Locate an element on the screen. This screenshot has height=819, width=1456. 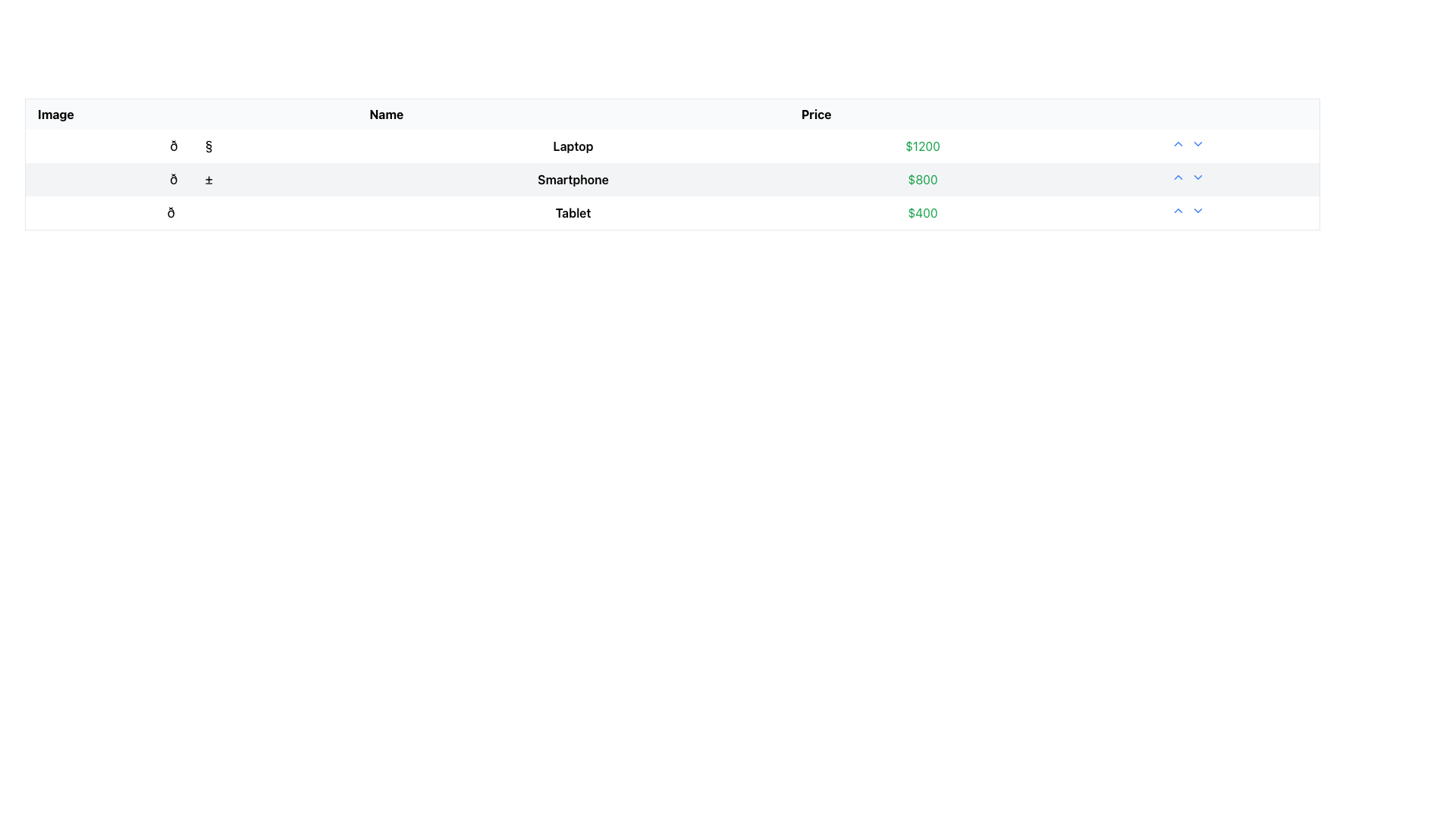
the upvote button located immediately to the right of the '$1200' cell in the 'Price' column of the first row of the table is located at coordinates (1177, 143).